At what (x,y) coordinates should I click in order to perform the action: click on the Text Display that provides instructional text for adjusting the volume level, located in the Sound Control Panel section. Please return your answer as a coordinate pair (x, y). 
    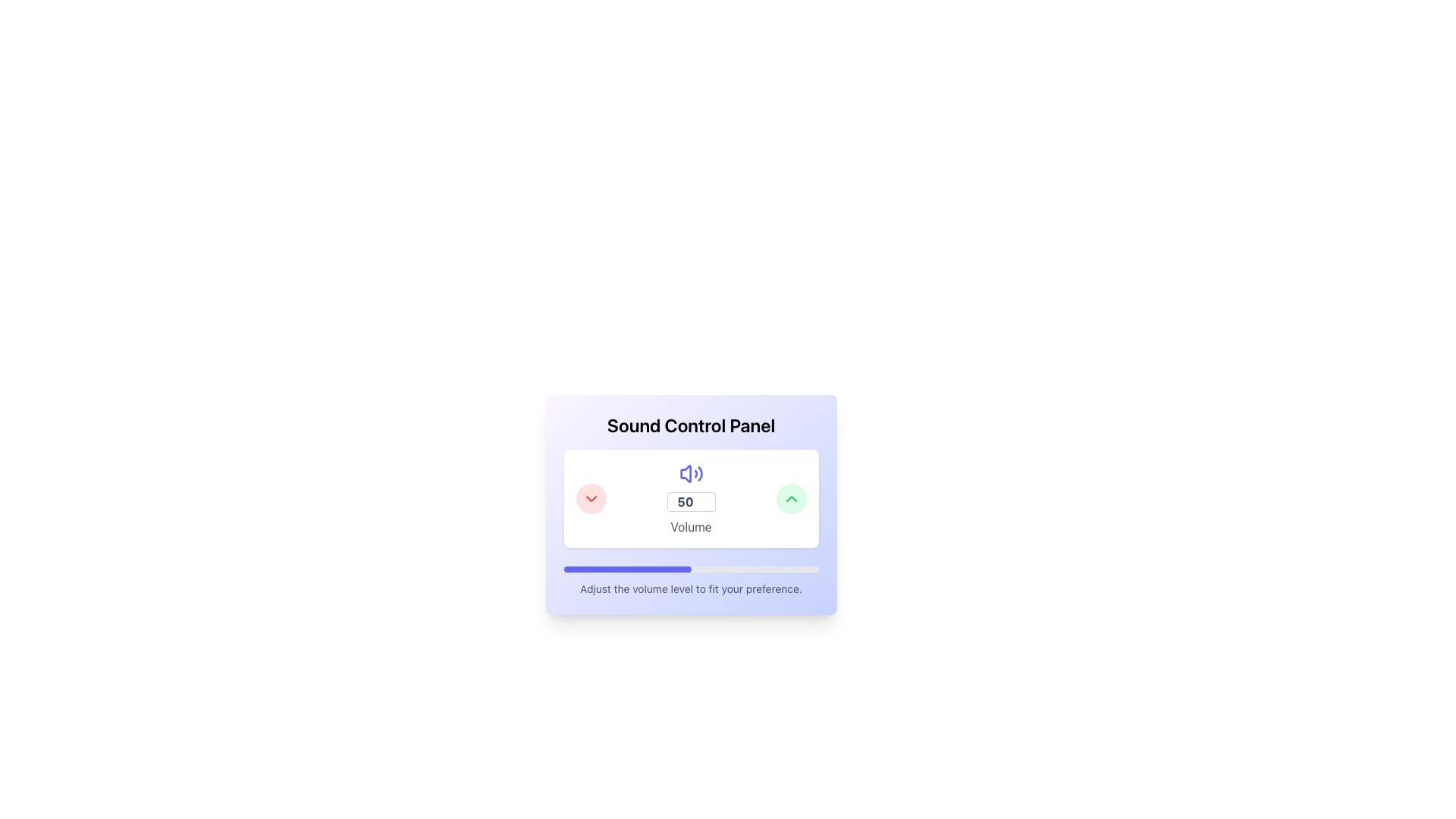
    Looking at the image, I should click on (690, 588).